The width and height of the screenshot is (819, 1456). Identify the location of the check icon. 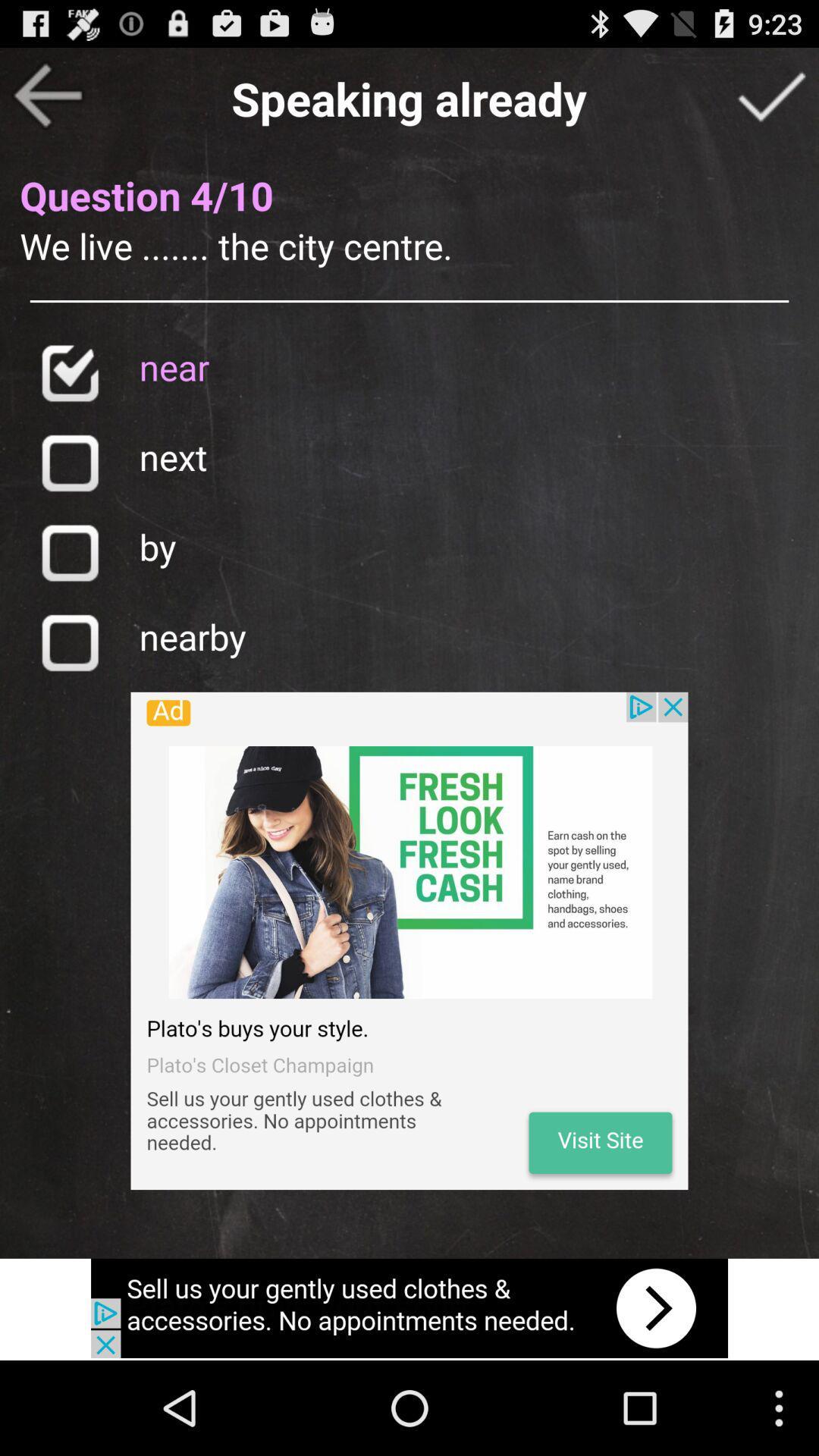
(69, 399).